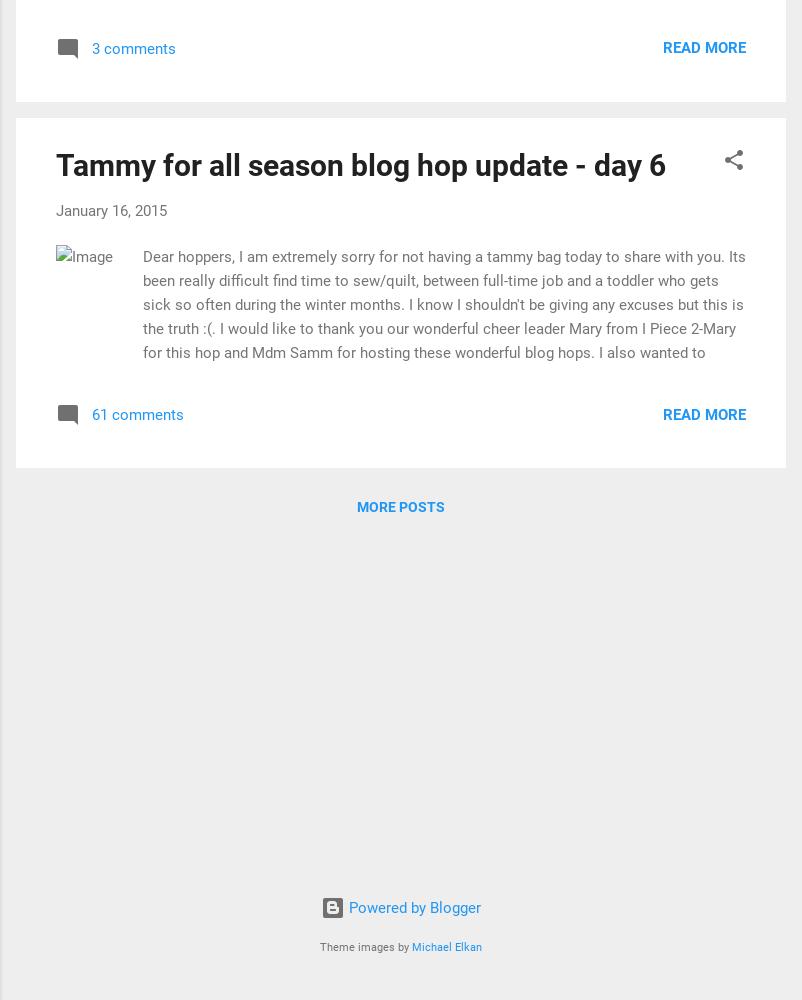 The height and width of the screenshot is (1000, 802). Describe the element at coordinates (318, 946) in the screenshot. I see `'Theme images by'` at that location.